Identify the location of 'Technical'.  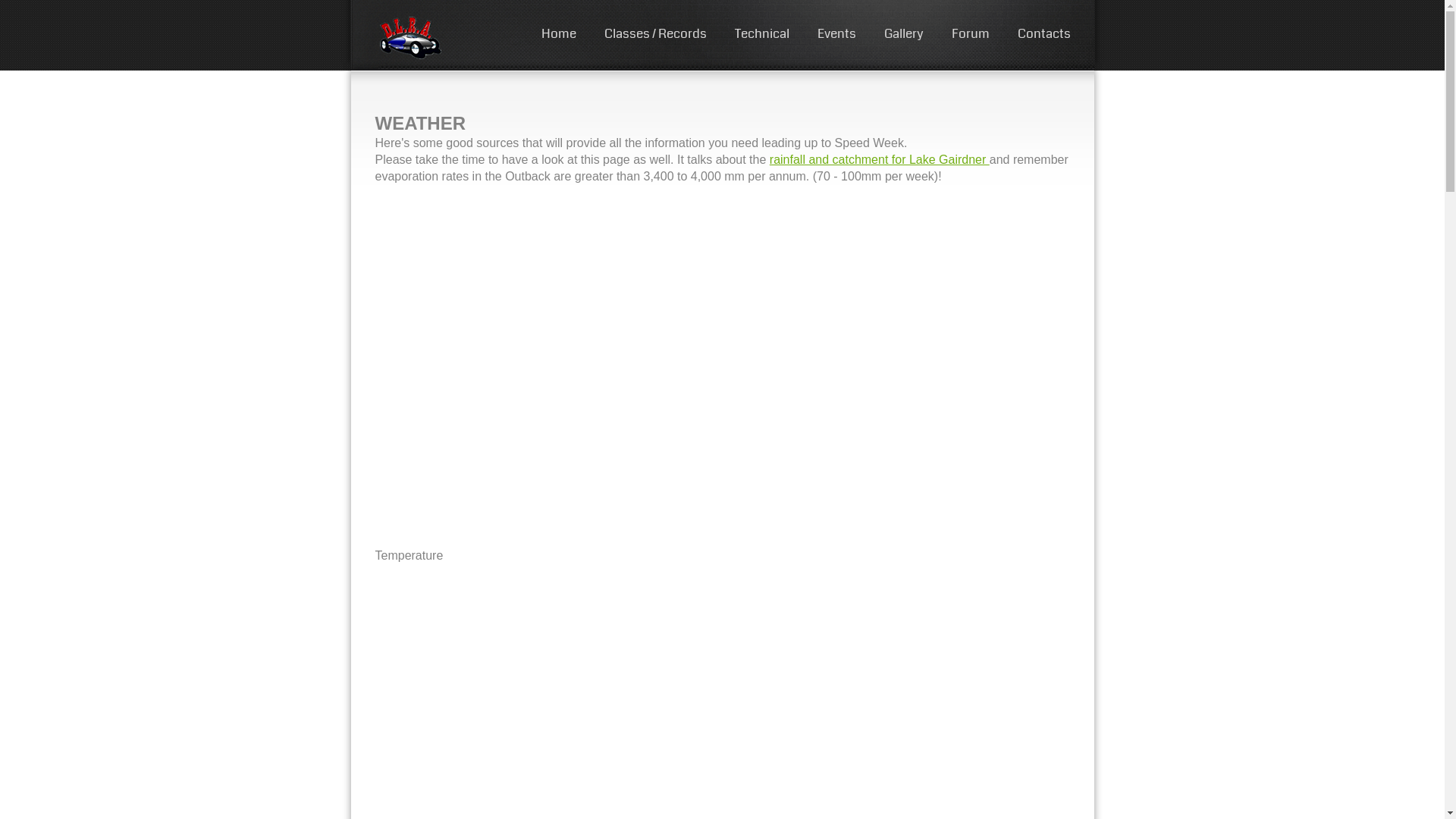
(761, 33).